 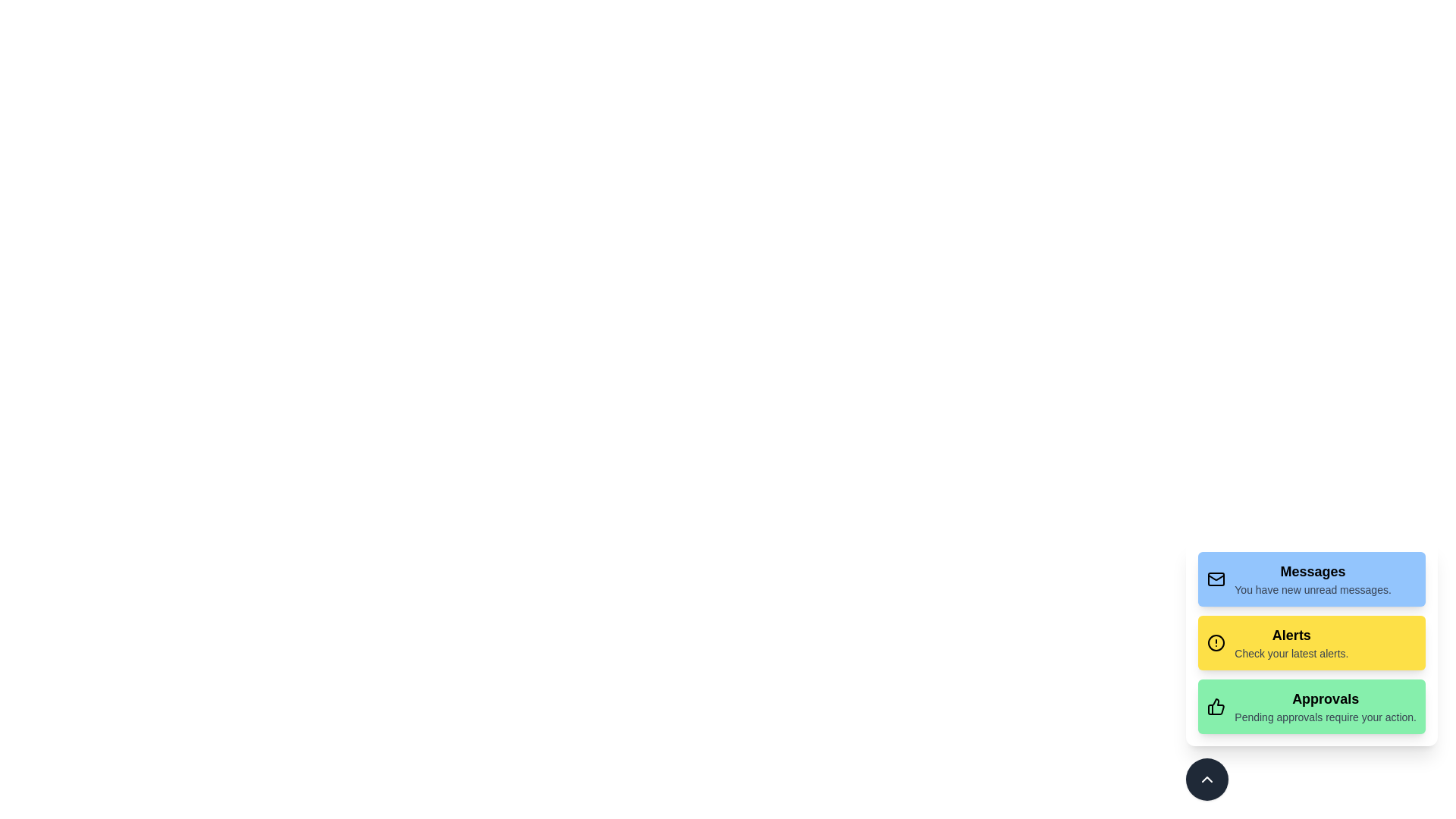 I want to click on the bottom-right button to toggle the notification menu, so click(x=1207, y=780).